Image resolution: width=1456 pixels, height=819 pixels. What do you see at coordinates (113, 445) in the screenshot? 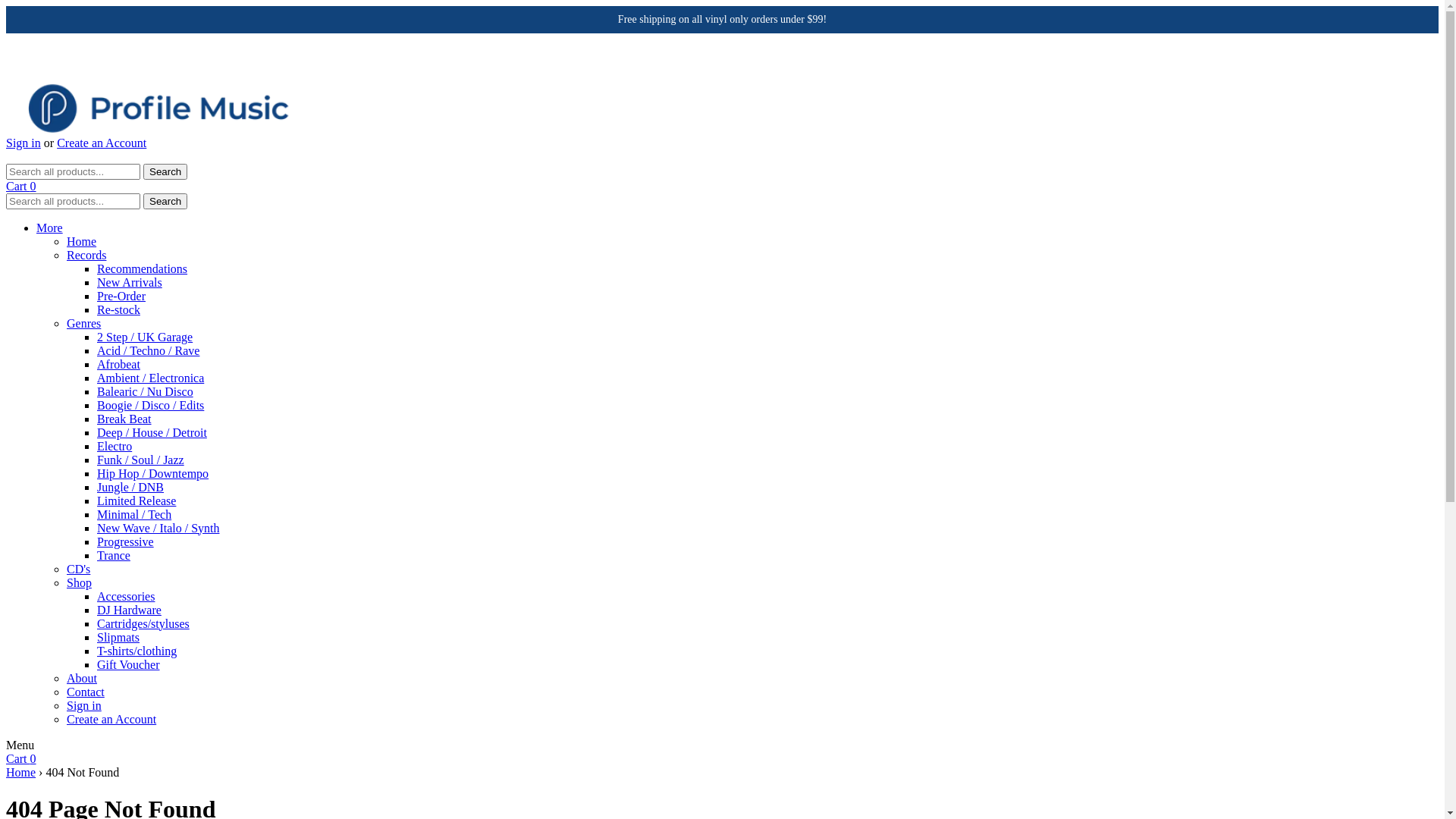
I see `'Electro'` at bounding box center [113, 445].